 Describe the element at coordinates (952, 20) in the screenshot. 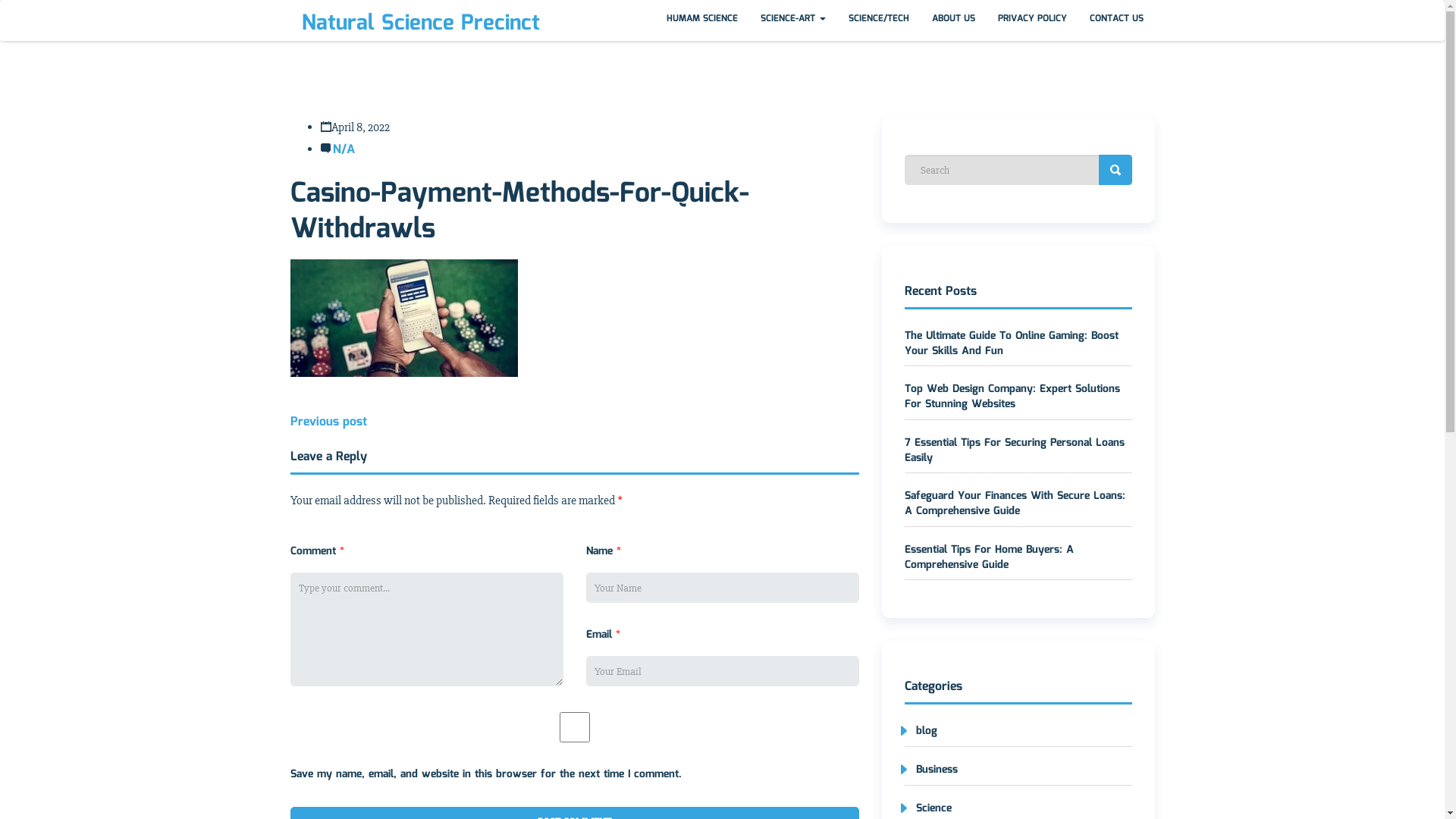

I see `'ABOUT US'` at that location.